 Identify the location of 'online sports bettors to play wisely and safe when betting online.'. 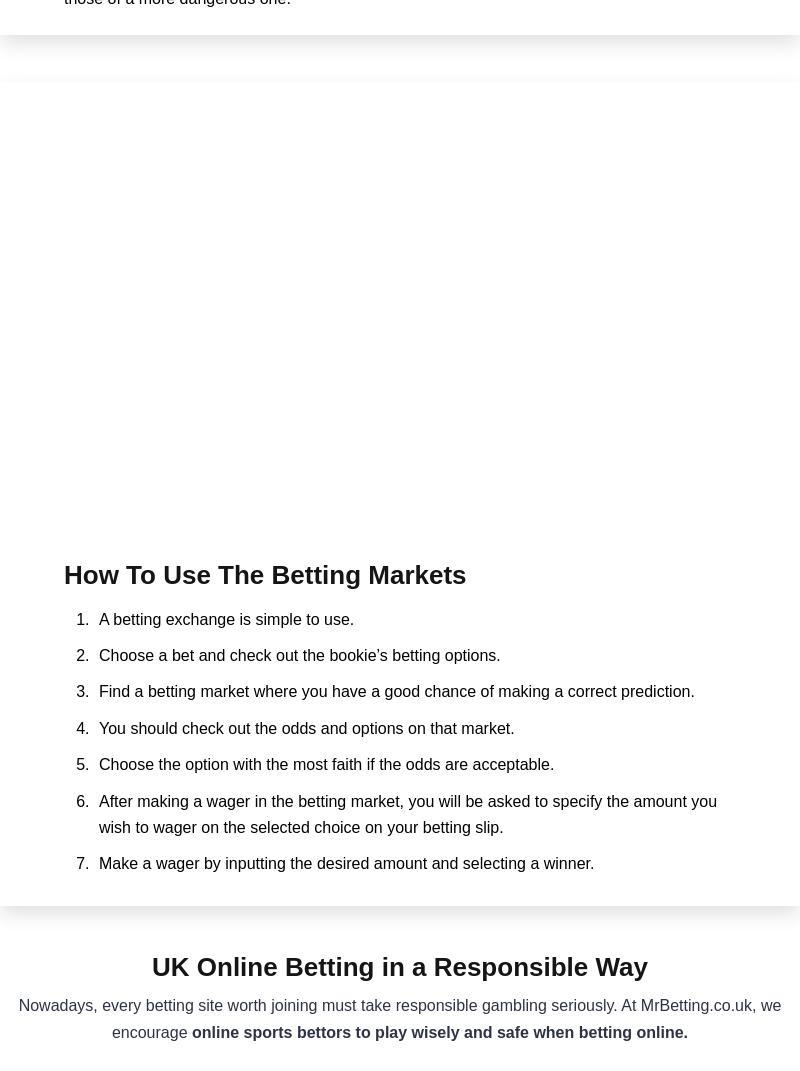
(438, 1031).